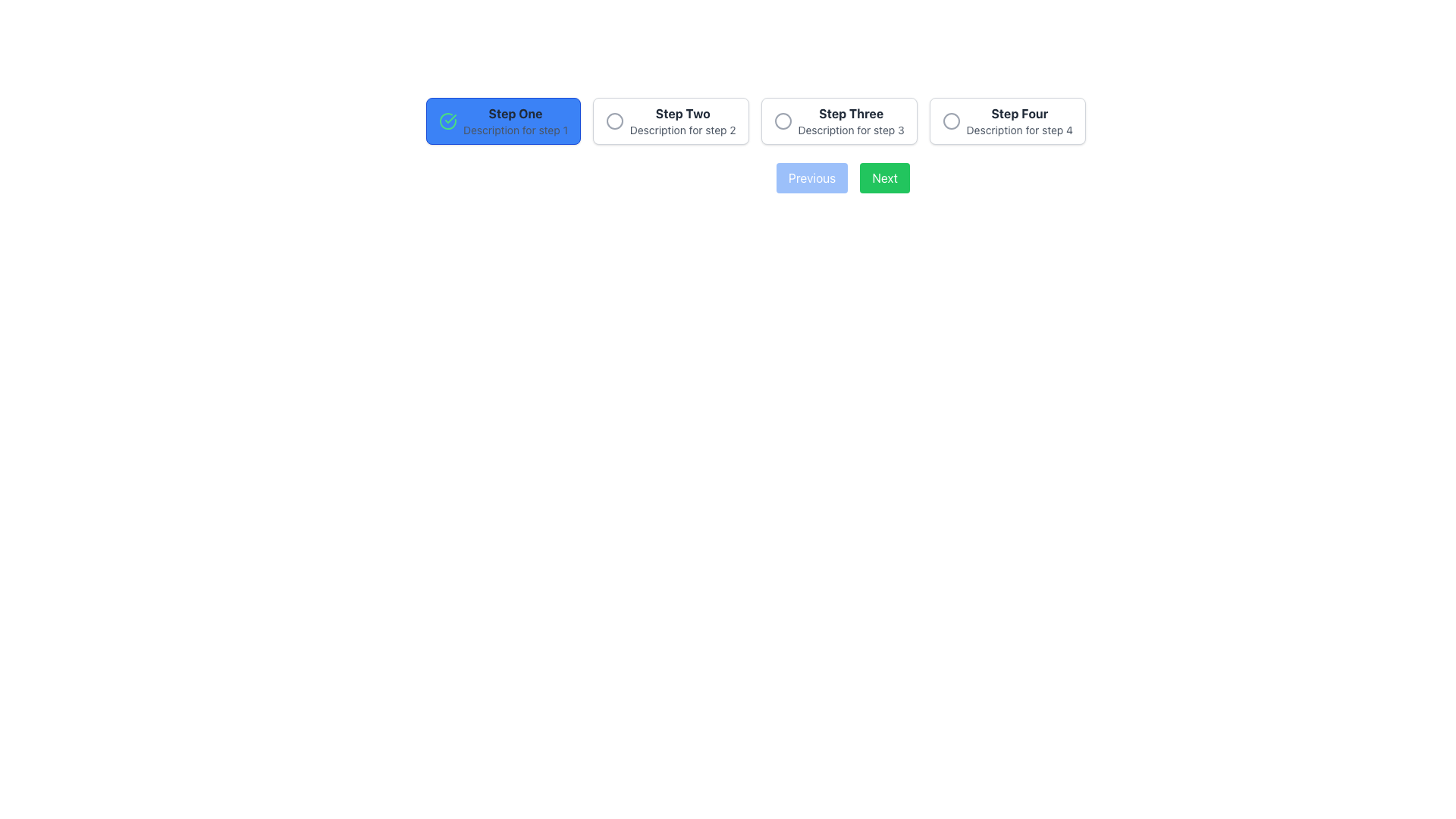 The height and width of the screenshot is (819, 1456). Describe the element at coordinates (447, 120) in the screenshot. I see `the indicator icon that signifies 'Step One' is selected or completed, located to the left of the 'Step One' text within a blue rectangular button` at that location.